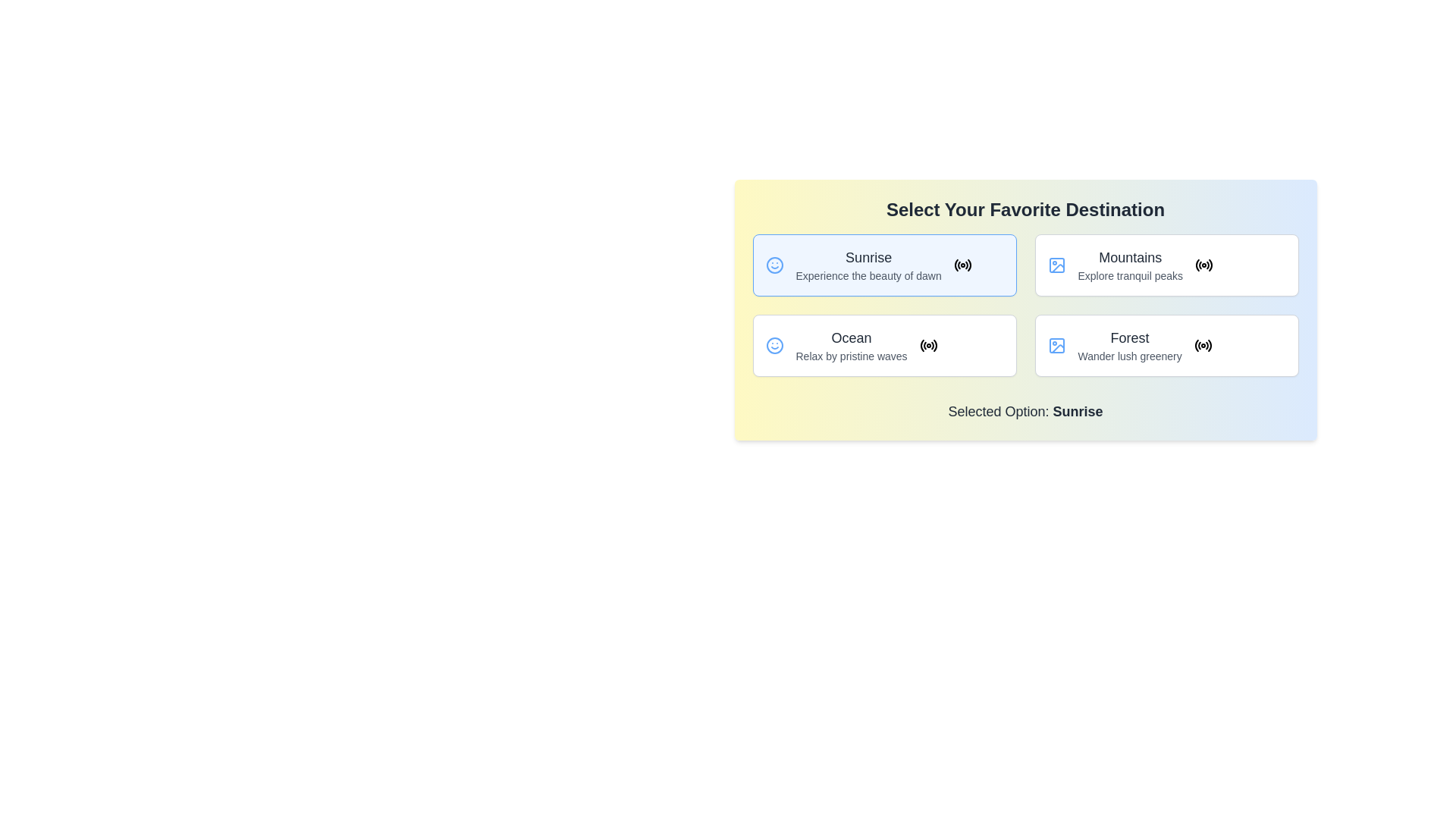  I want to click on the decorative component of the unselected state of the radio button for the 'Ocean' option, located near the top-right part of the circular icon design, so click(924, 345).